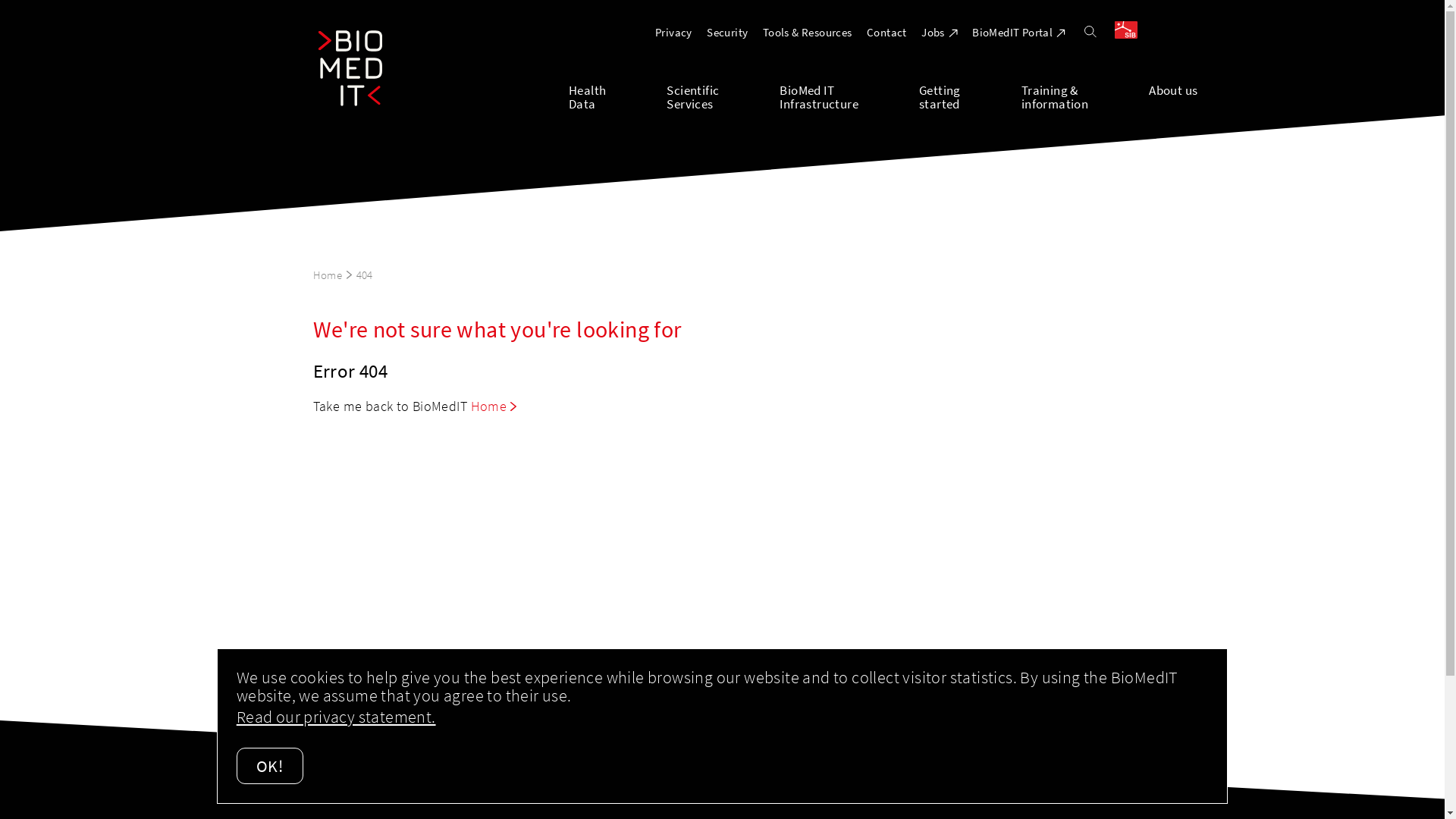 Image resolution: width=1456 pixels, height=819 pixels. Describe the element at coordinates (807, 32) in the screenshot. I see `'Tools & Resources'` at that location.